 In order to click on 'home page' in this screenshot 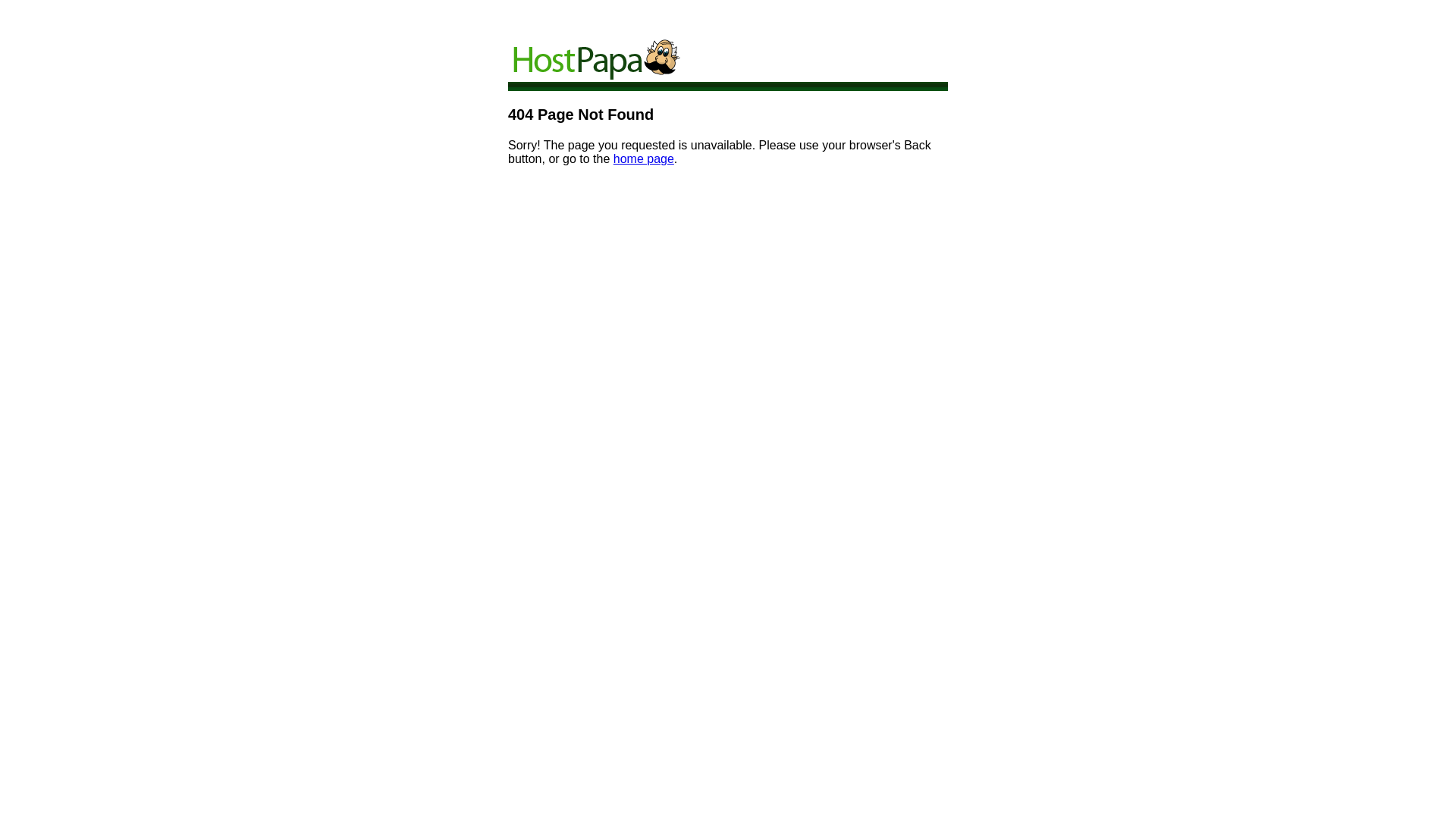, I will do `click(613, 158)`.